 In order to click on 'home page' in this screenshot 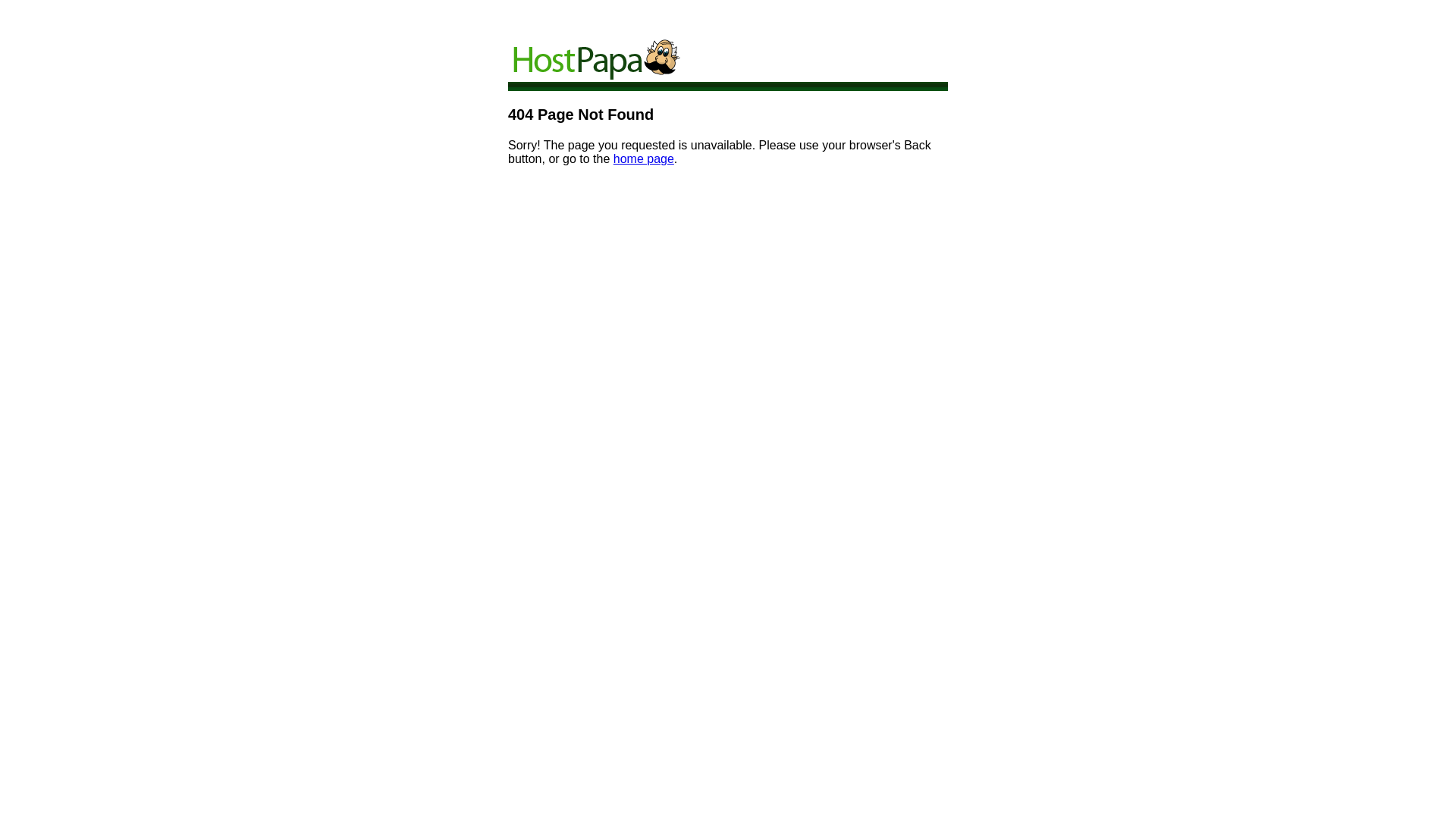, I will do `click(613, 158)`.